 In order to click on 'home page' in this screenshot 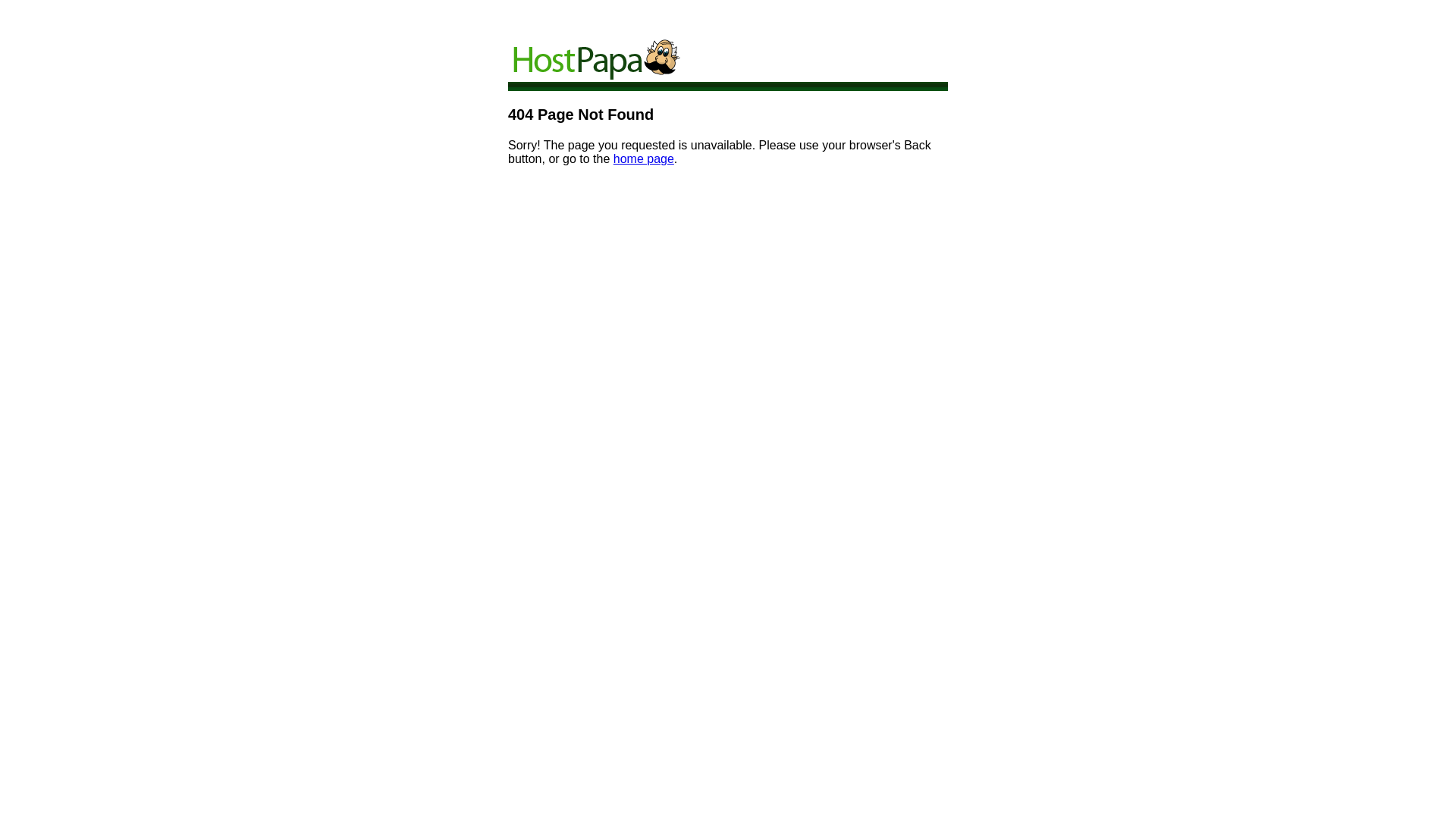, I will do `click(613, 158)`.